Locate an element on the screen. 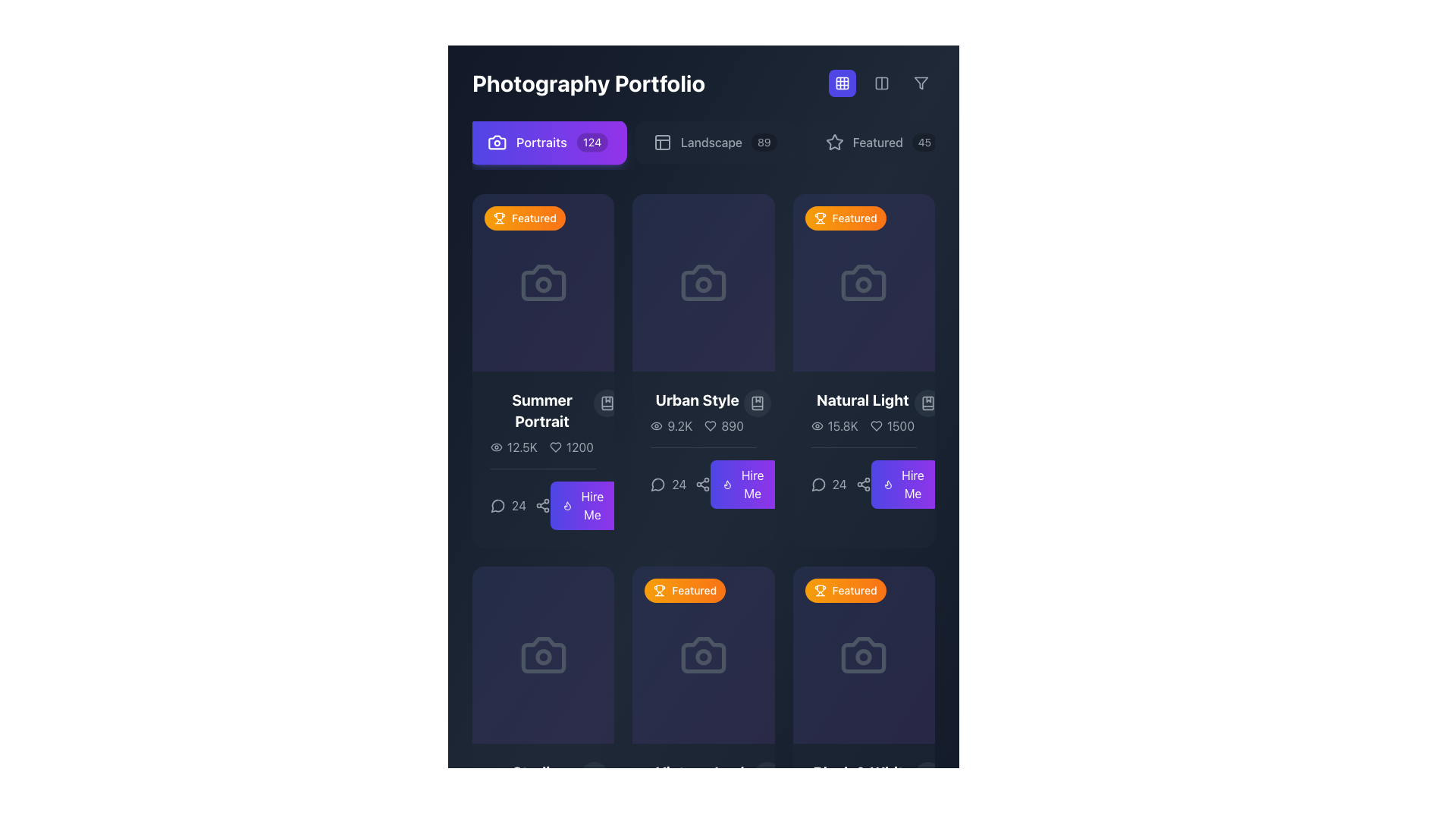 This screenshot has width=1456, height=819. the 'Featured' icon located at the top-left corner of the card, which serves as a visual indicator within a highlighted badge is located at coordinates (660, 590).